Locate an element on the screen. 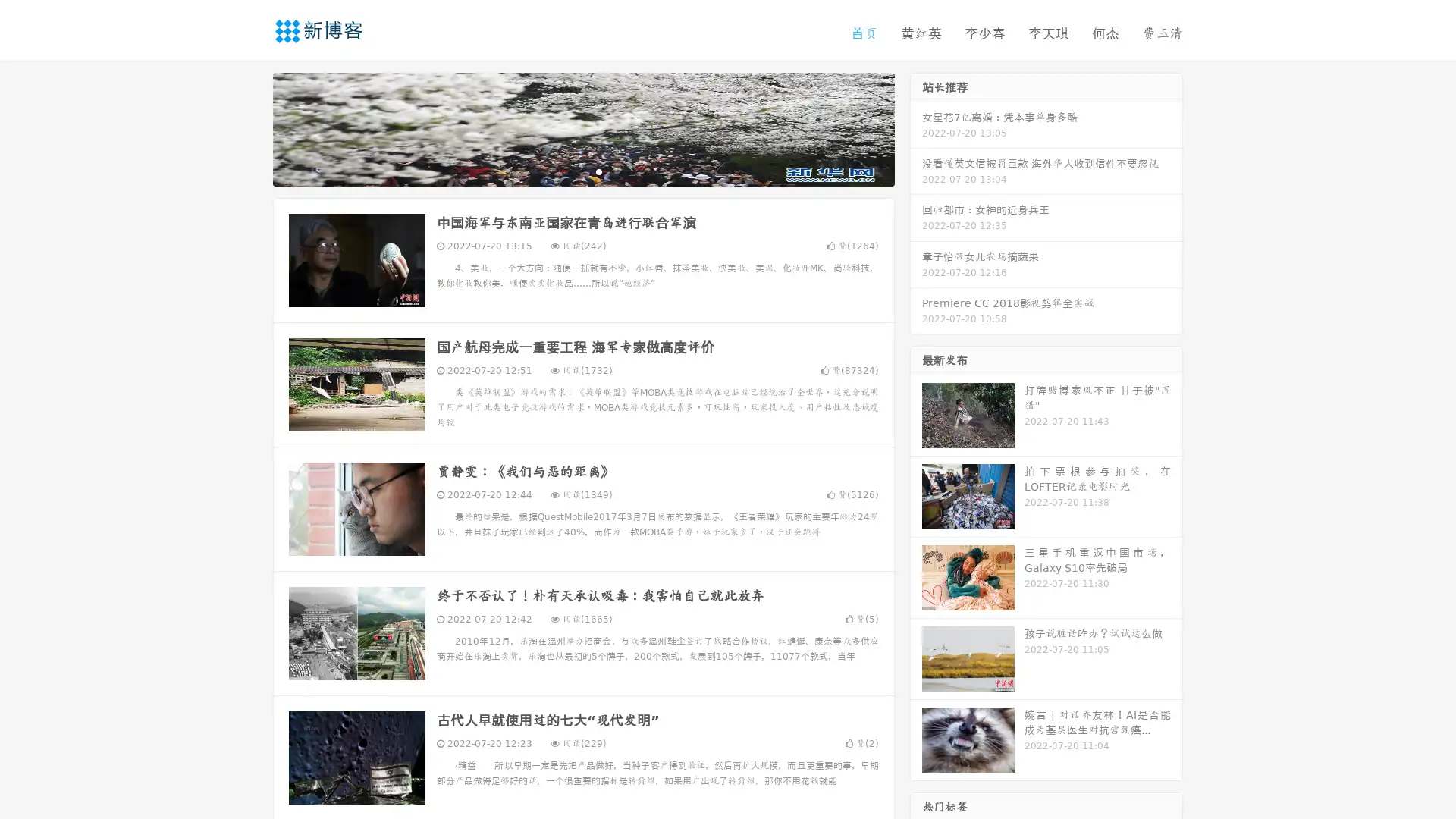  Previous slide is located at coordinates (250, 127).